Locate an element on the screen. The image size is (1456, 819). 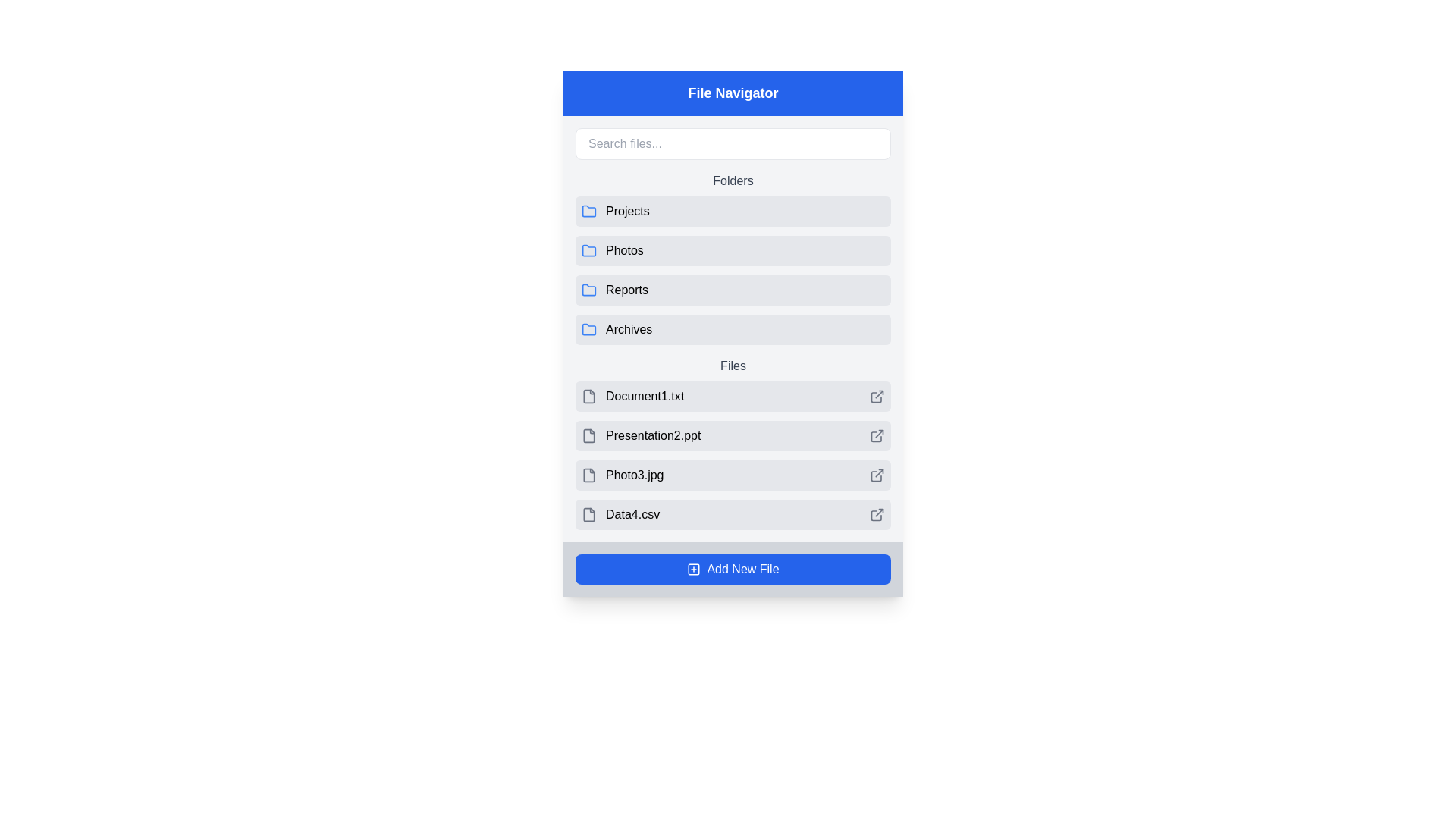
the file icon representing 'Document1.txt' is located at coordinates (588, 396).